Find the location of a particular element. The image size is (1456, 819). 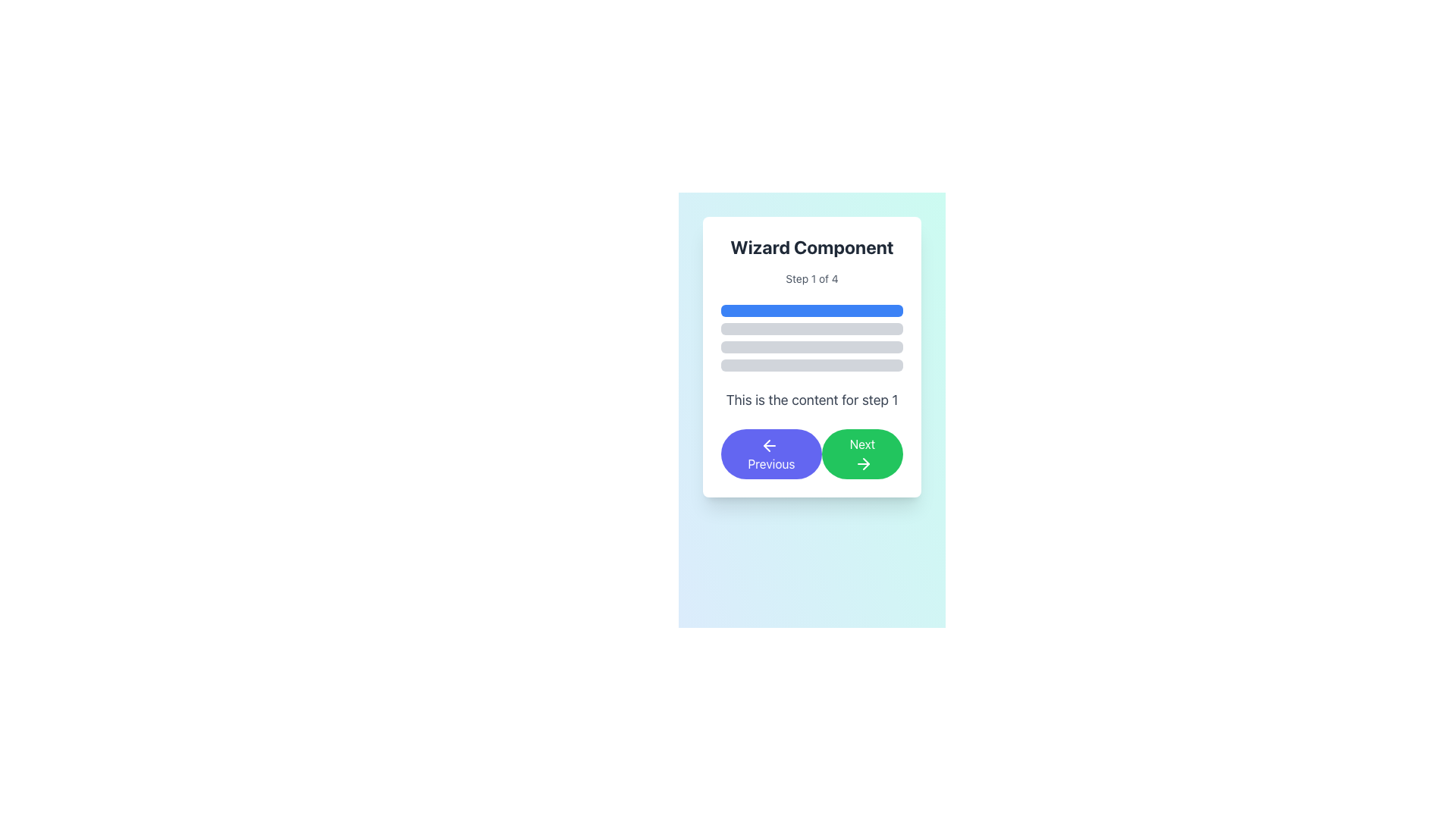

the progress bar or step indicator group located in the 'Wizard Component', positioned below 'Step 1 of 4' and above the description text 'This is the content for step 1' is located at coordinates (811, 337).